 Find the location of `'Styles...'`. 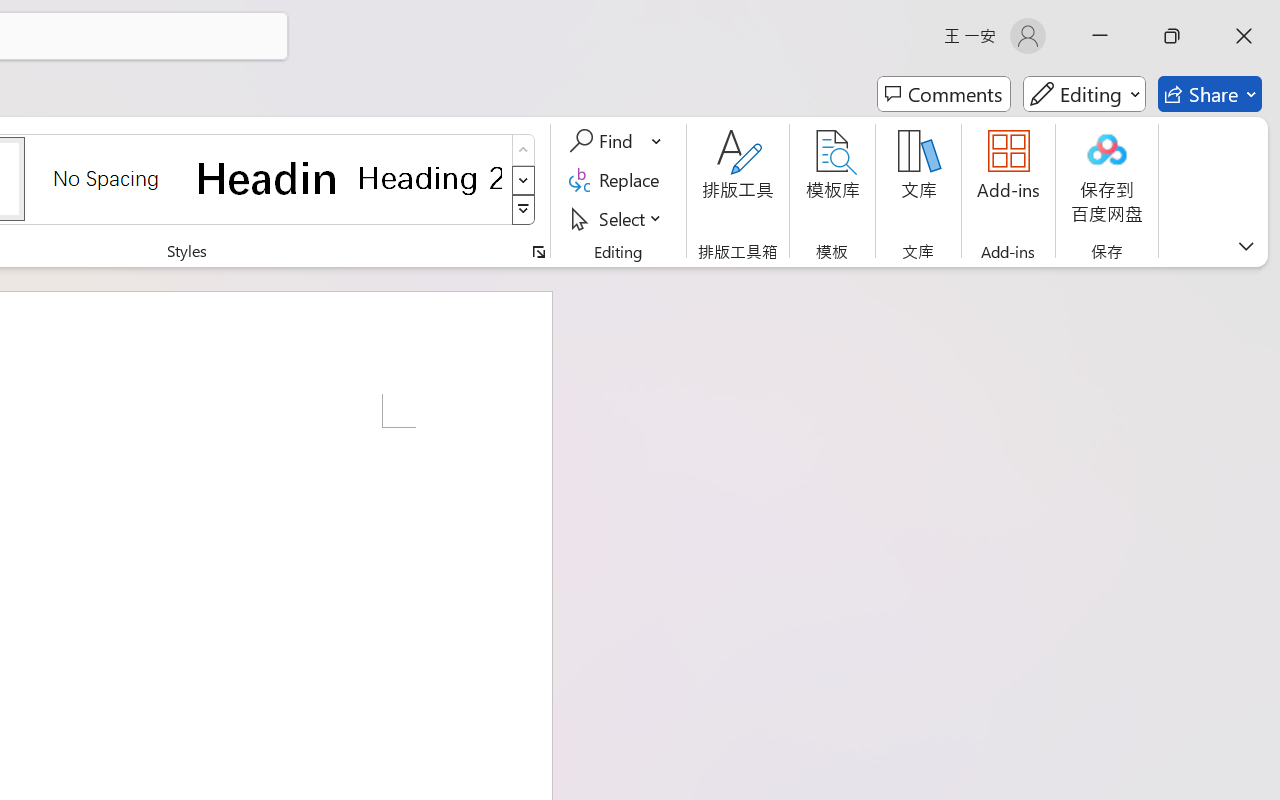

'Styles...' is located at coordinates (538, 251).